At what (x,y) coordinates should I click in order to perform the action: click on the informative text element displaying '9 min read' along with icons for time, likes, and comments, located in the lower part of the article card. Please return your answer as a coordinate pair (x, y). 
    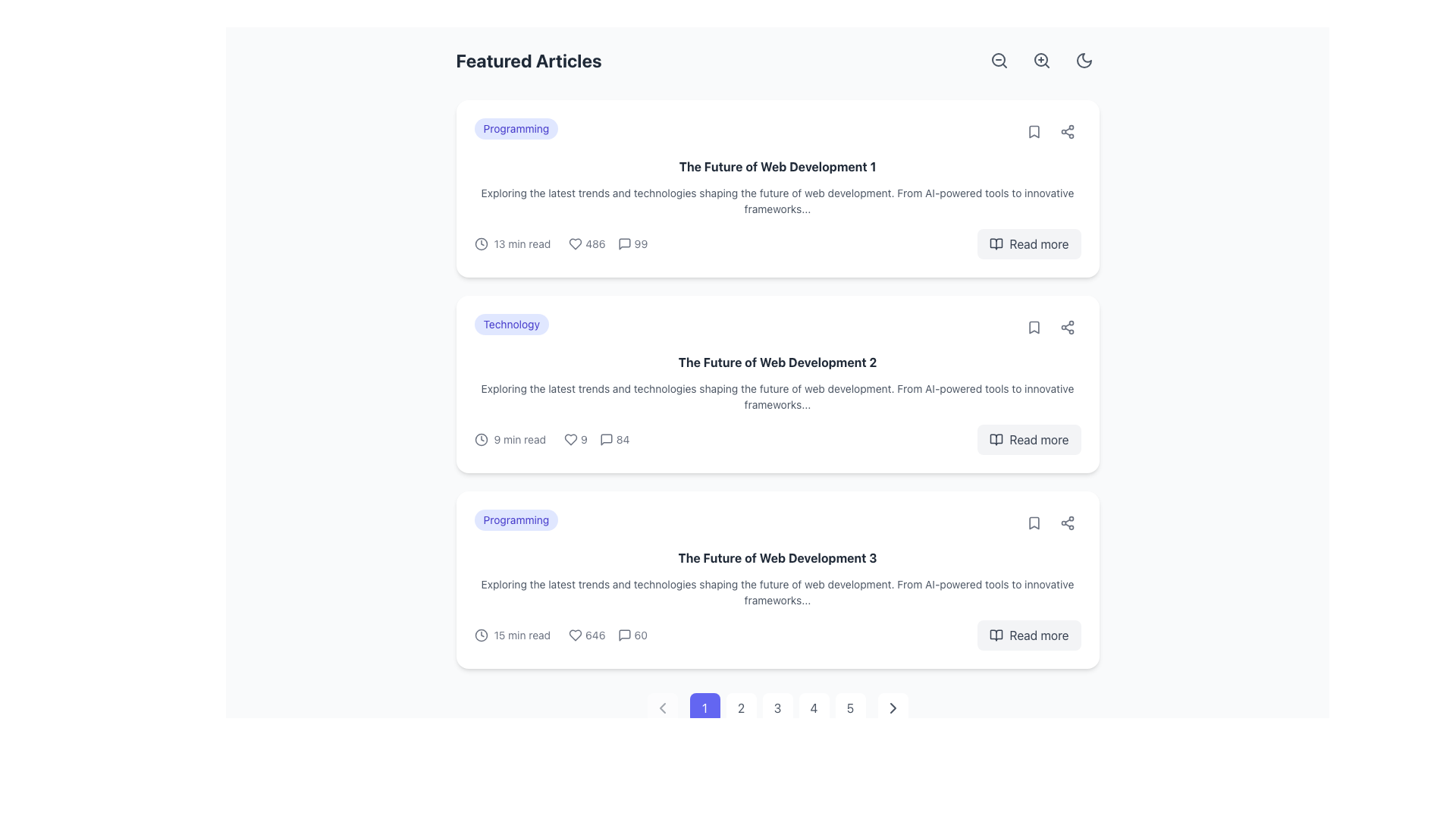
    Looking at the image, I should click on (551, 439).